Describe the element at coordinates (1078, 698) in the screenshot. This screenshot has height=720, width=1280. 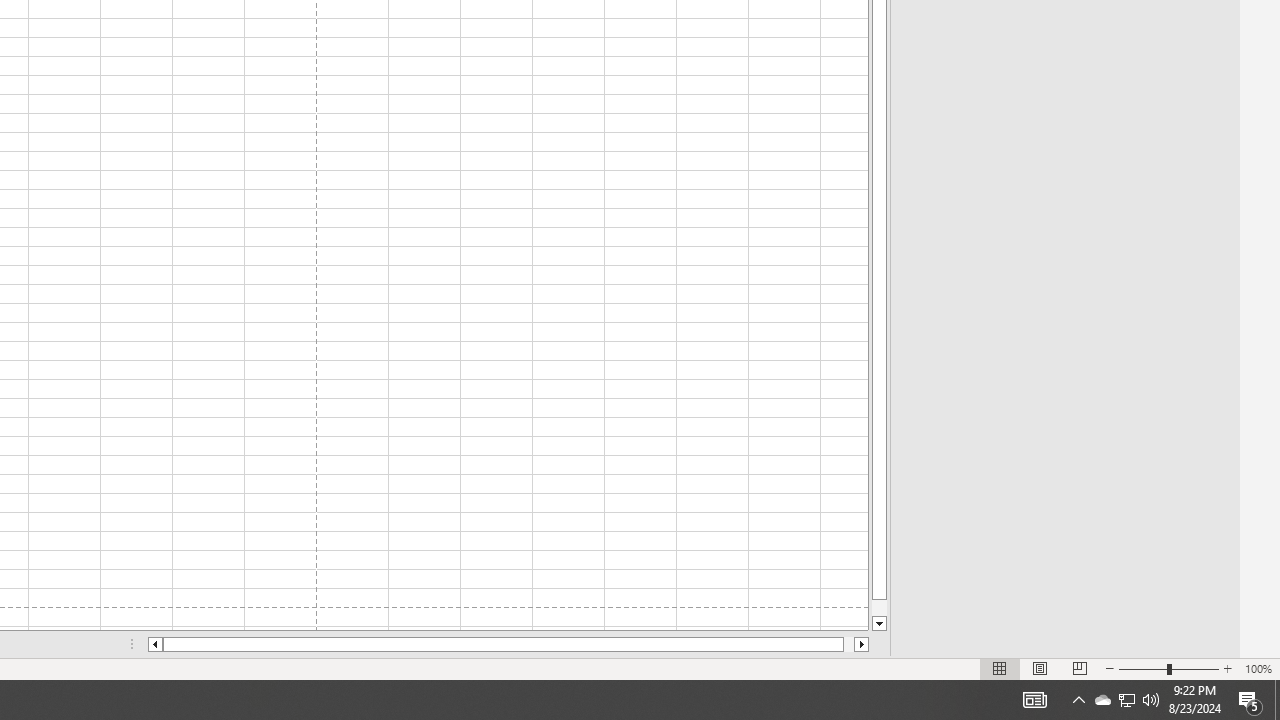
I see `'AutomationID: 4105'` at that location.